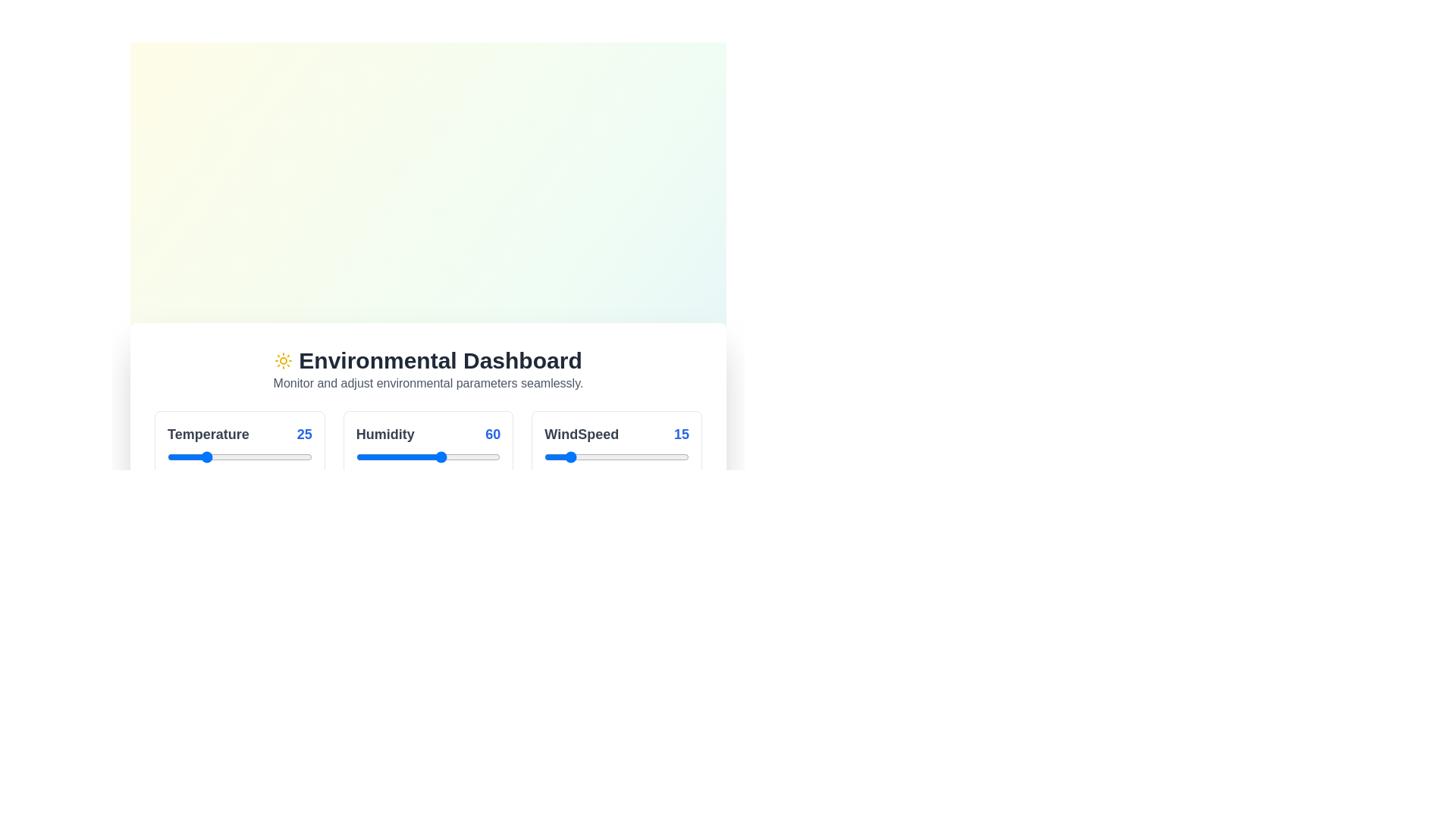  I want to click on the text labels indicating the minimum and maximum range values for humidity, located in the 'Humidity' section of the dashboard, below the range slider and between the '0' and '100' labels, so click(428, 482).